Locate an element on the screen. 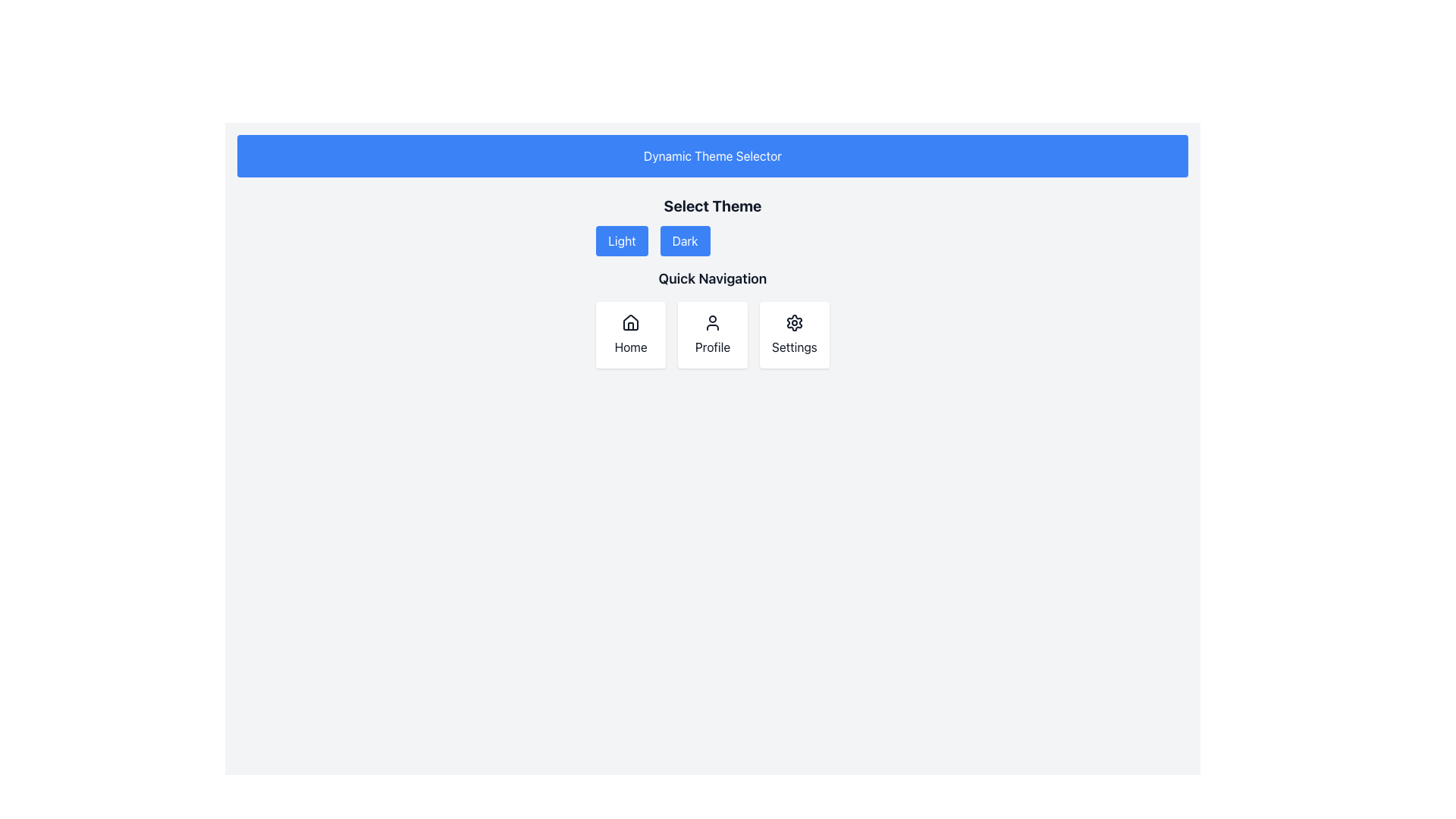 The height and width of the screenshot is (819, 1456). 'Home' icon which represents the home navigation action, located at the center of the 'Home' card is located at coordinates (631, 322).